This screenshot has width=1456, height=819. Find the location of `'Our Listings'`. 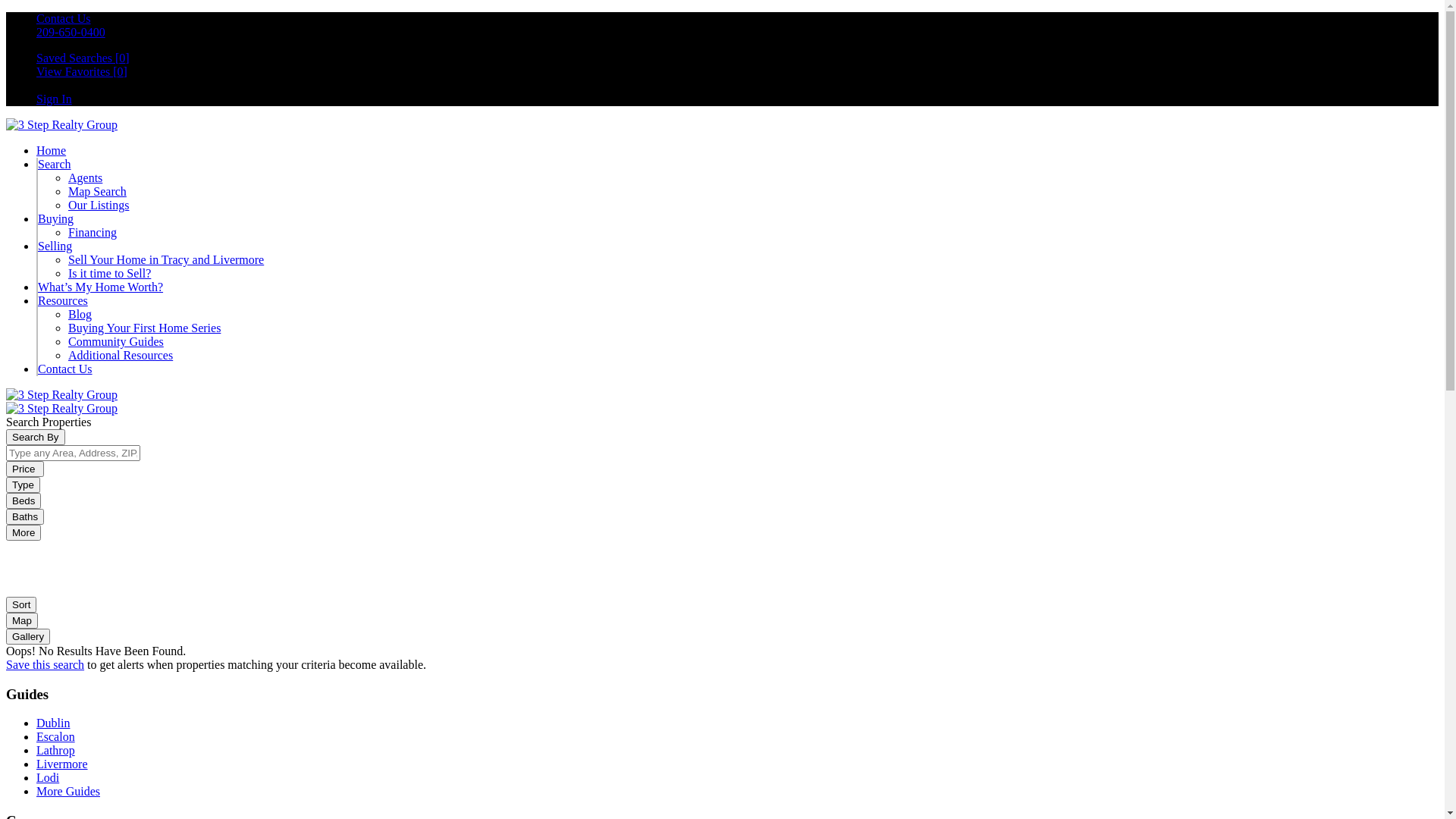

'Our Listings' is located at coordinates (67, 205).